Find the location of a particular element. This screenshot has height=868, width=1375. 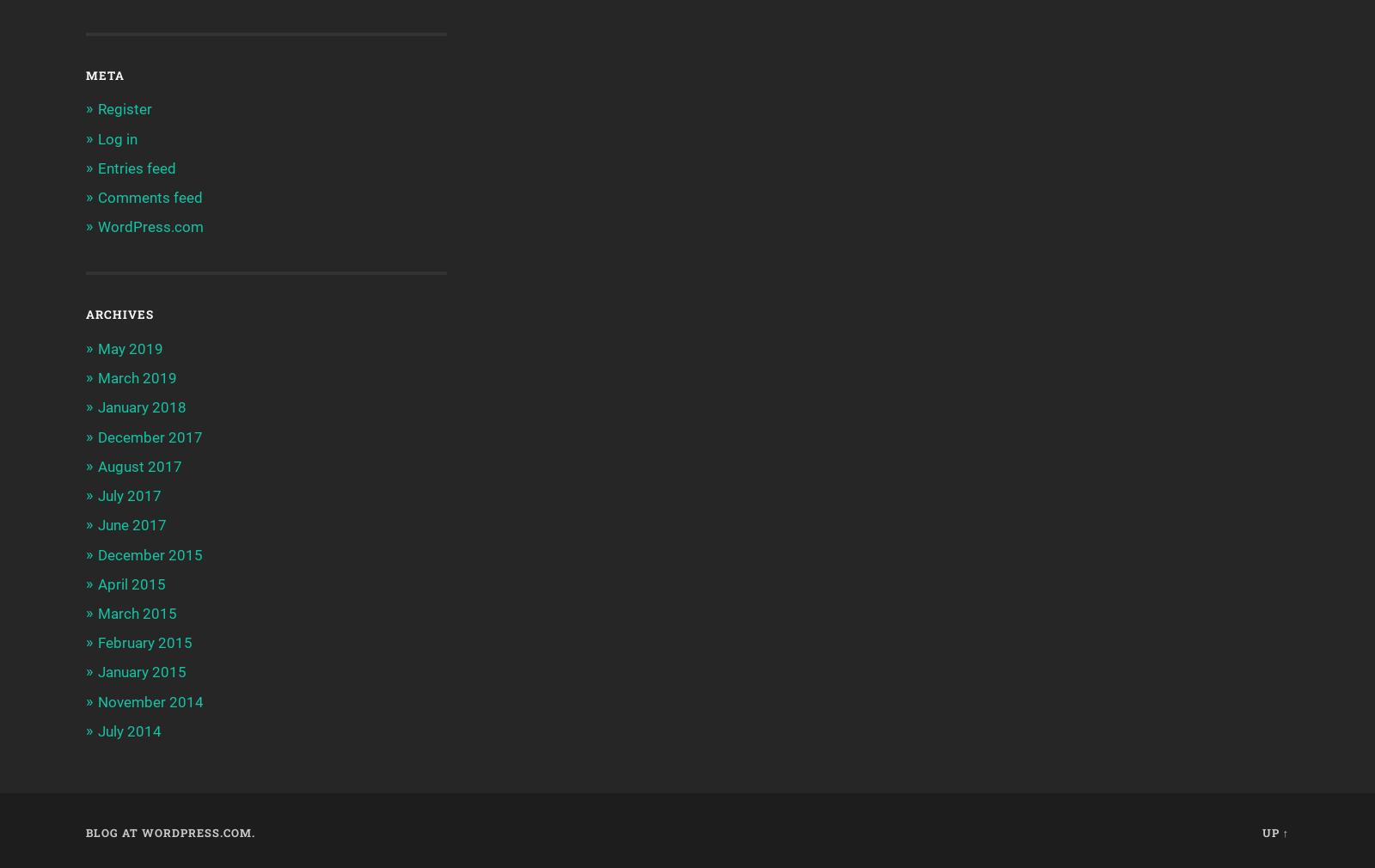

'Up ↑' is located at coordinates (1275, 832).